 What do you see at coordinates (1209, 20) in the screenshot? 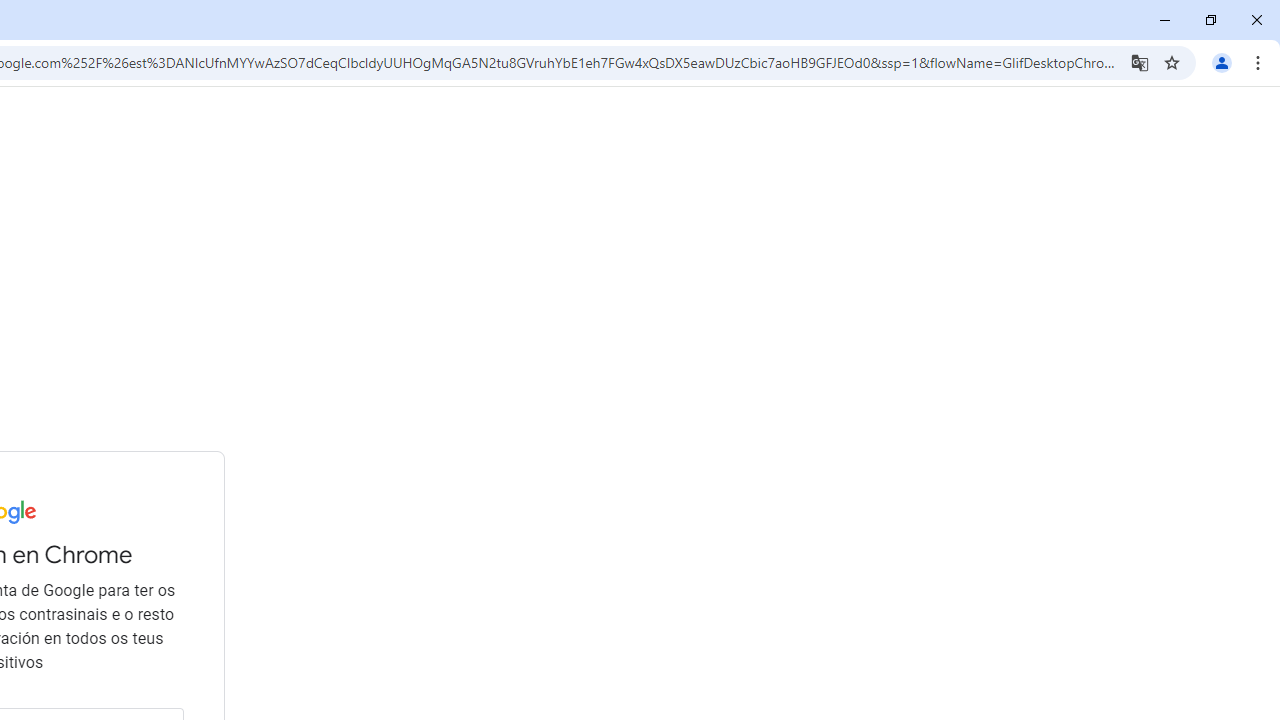
I see `'Restore'` at bounding box center [1209, 20].